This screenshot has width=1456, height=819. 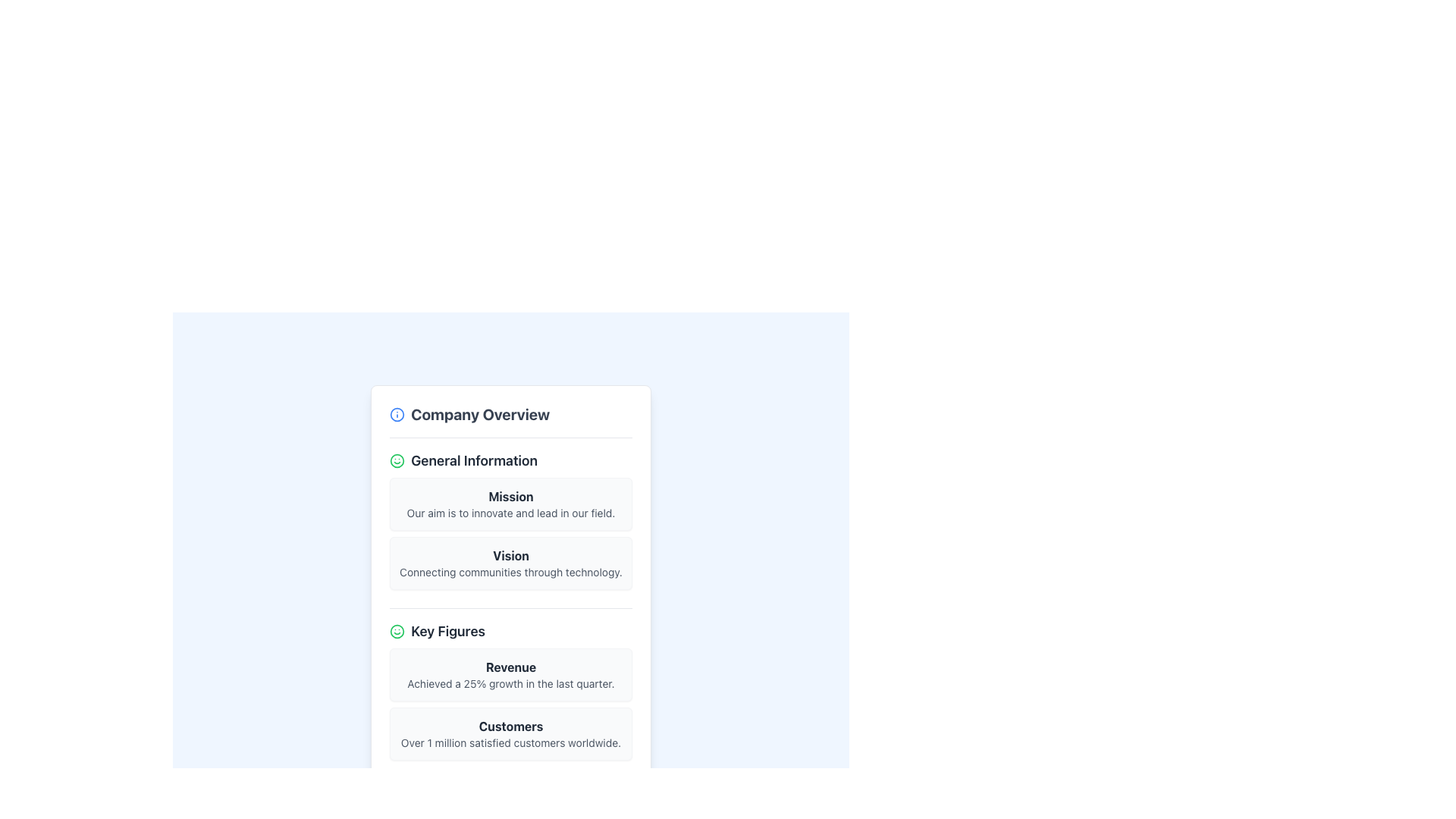 I want to click on the Text Label that serves as a header or title indicating the main purpose or theme of the associated content, located in the card under 'General Information', so click(x=510, y=555).